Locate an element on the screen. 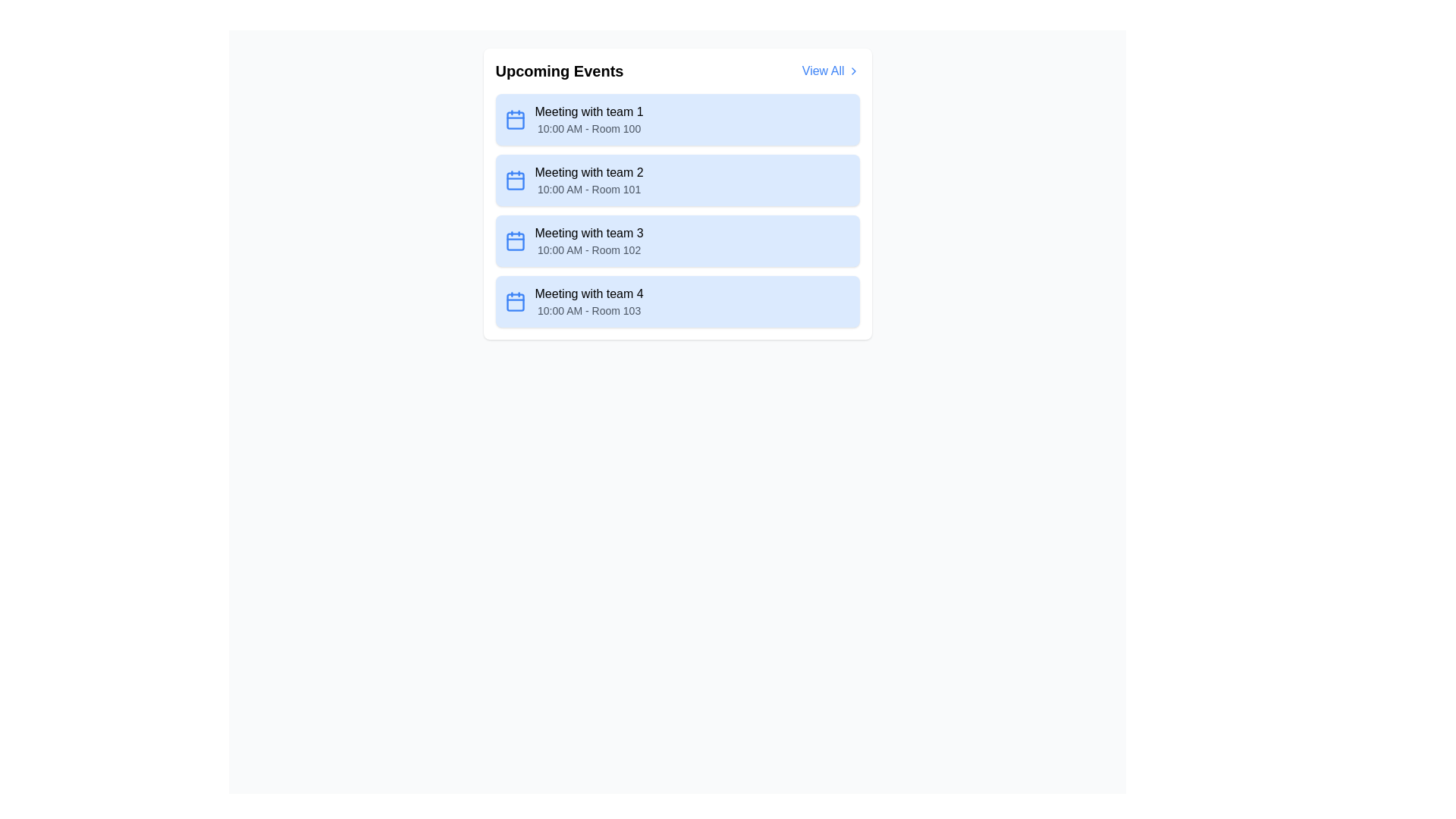  the third event entry in the 'Upcoming Events' list is located at coordinates (588, 240).